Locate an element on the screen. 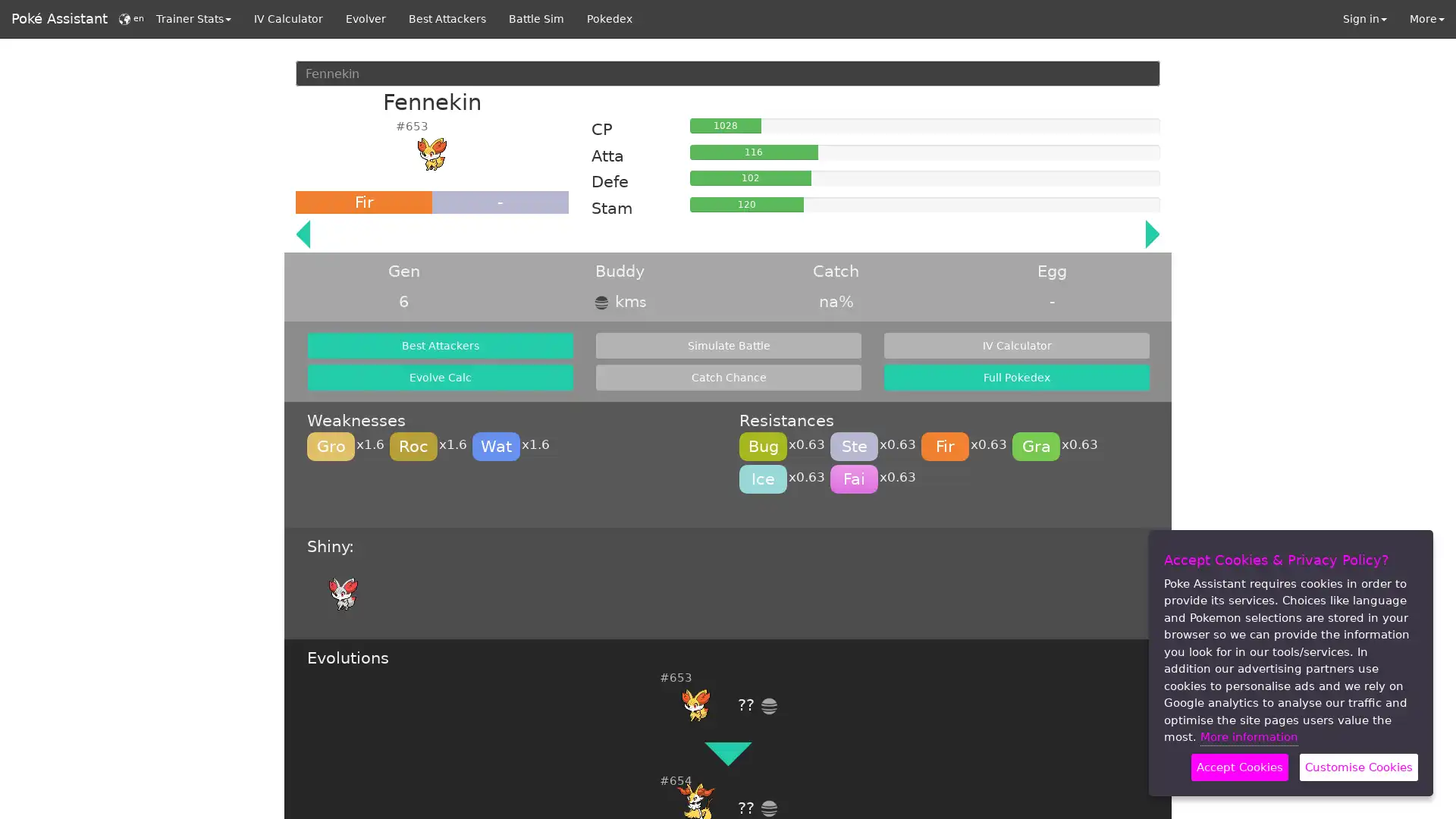 This screenshot has height=819, width=1456. Customise Cookies is located at coordinates (1358, 767).